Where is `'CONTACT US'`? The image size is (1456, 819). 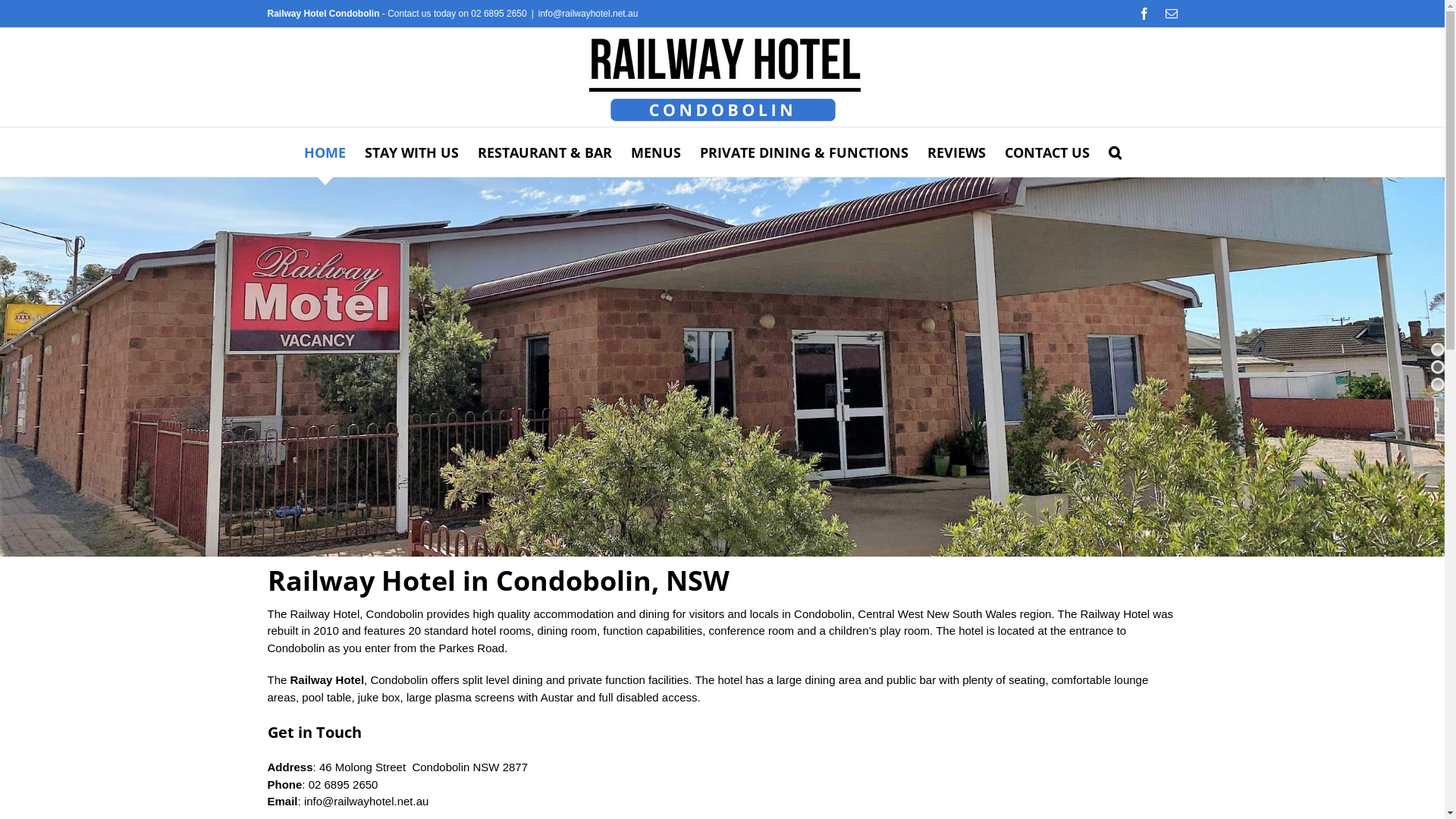
'CONTACT US' is located at coordinates (1046, 152).